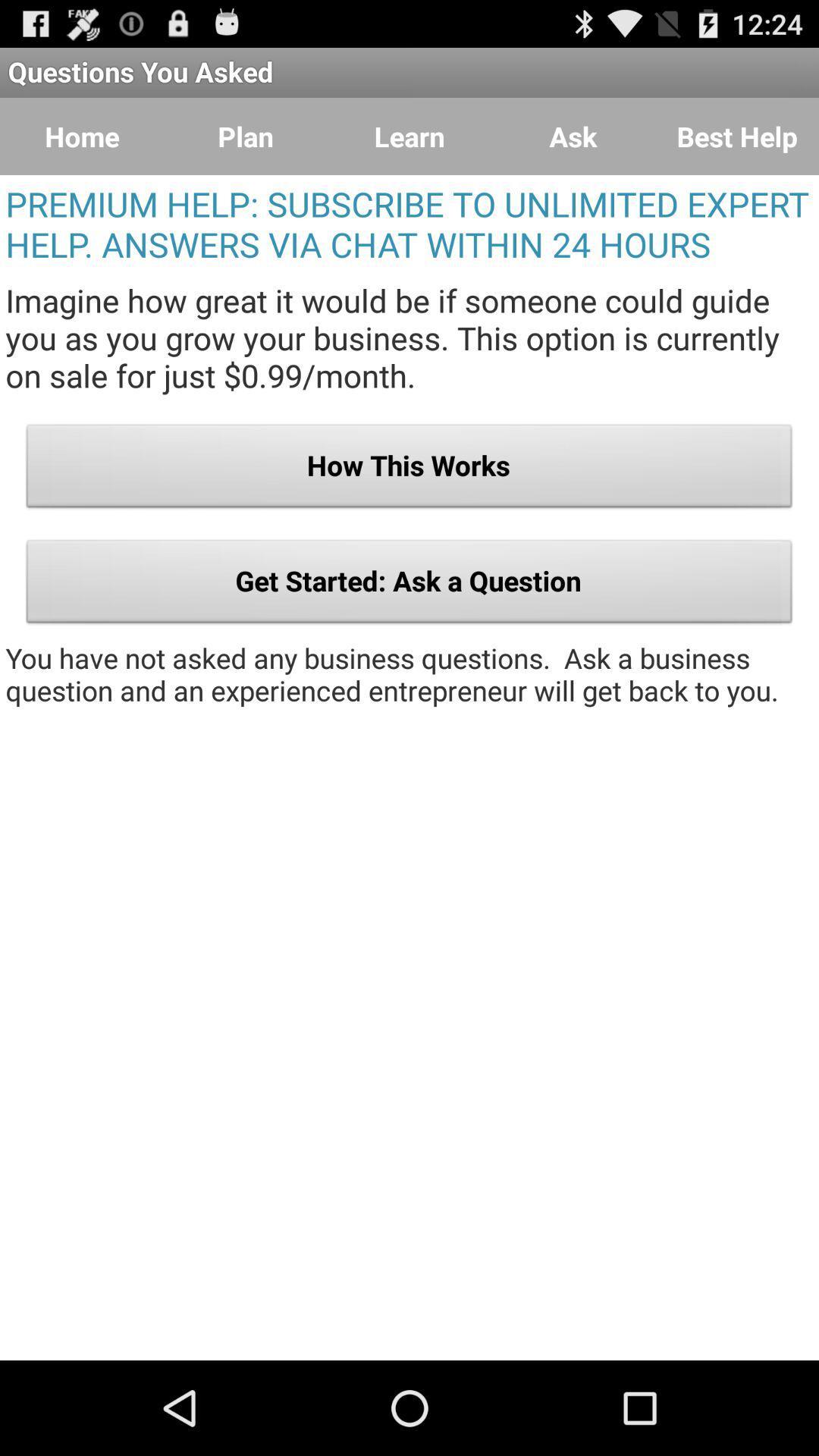 Image resolution: width=819 pixels, height=1456 pixels. What do you see at coordinates (82, 136) in the screenshot?
I see `the home button` at bounding box center [82, 136].